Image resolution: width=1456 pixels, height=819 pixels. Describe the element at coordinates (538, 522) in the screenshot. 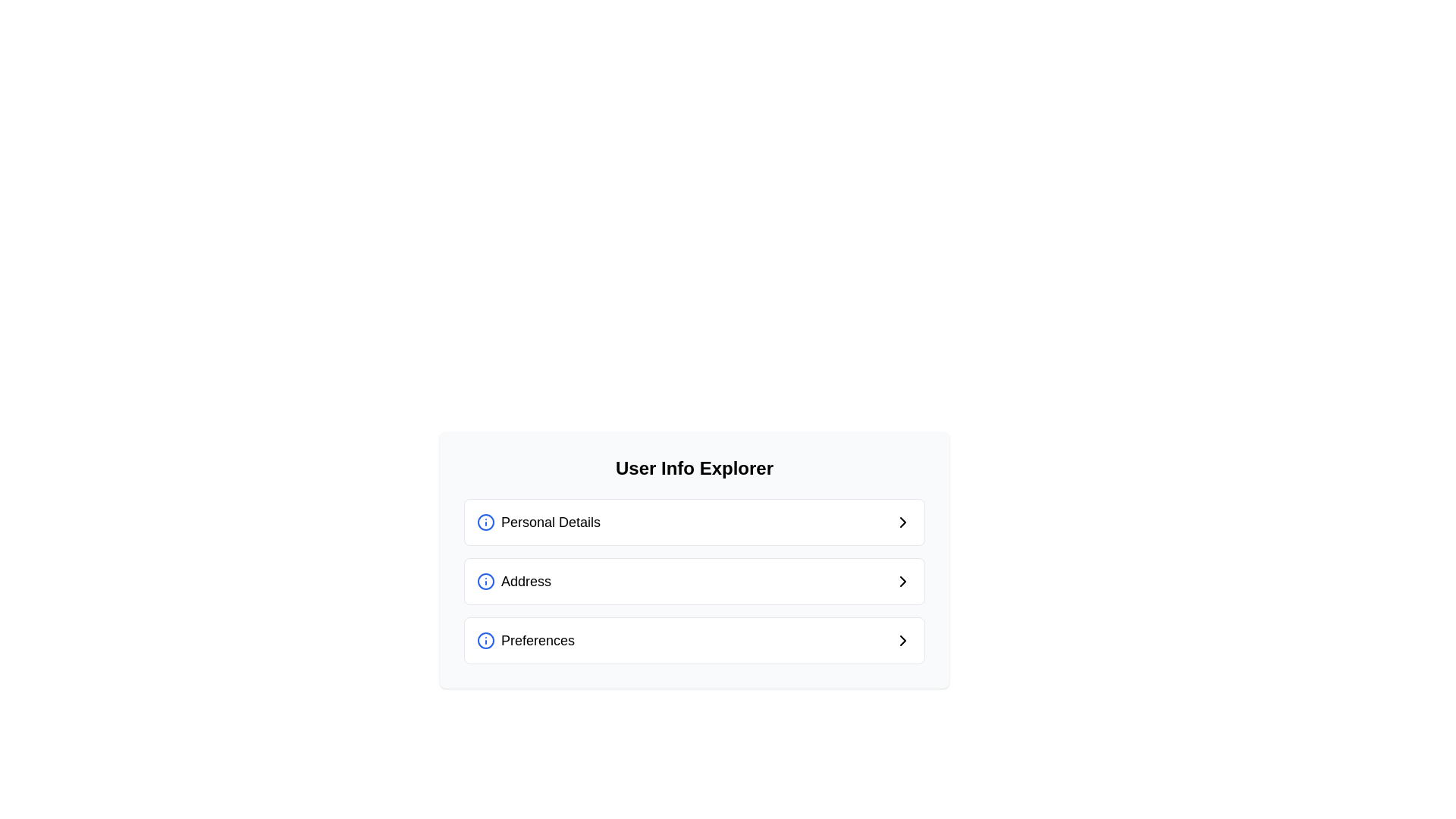

I see `text of the 'Personal Details' label that is styled with bold, medium-large font and is accompanied by an info icon to its left` at that location.